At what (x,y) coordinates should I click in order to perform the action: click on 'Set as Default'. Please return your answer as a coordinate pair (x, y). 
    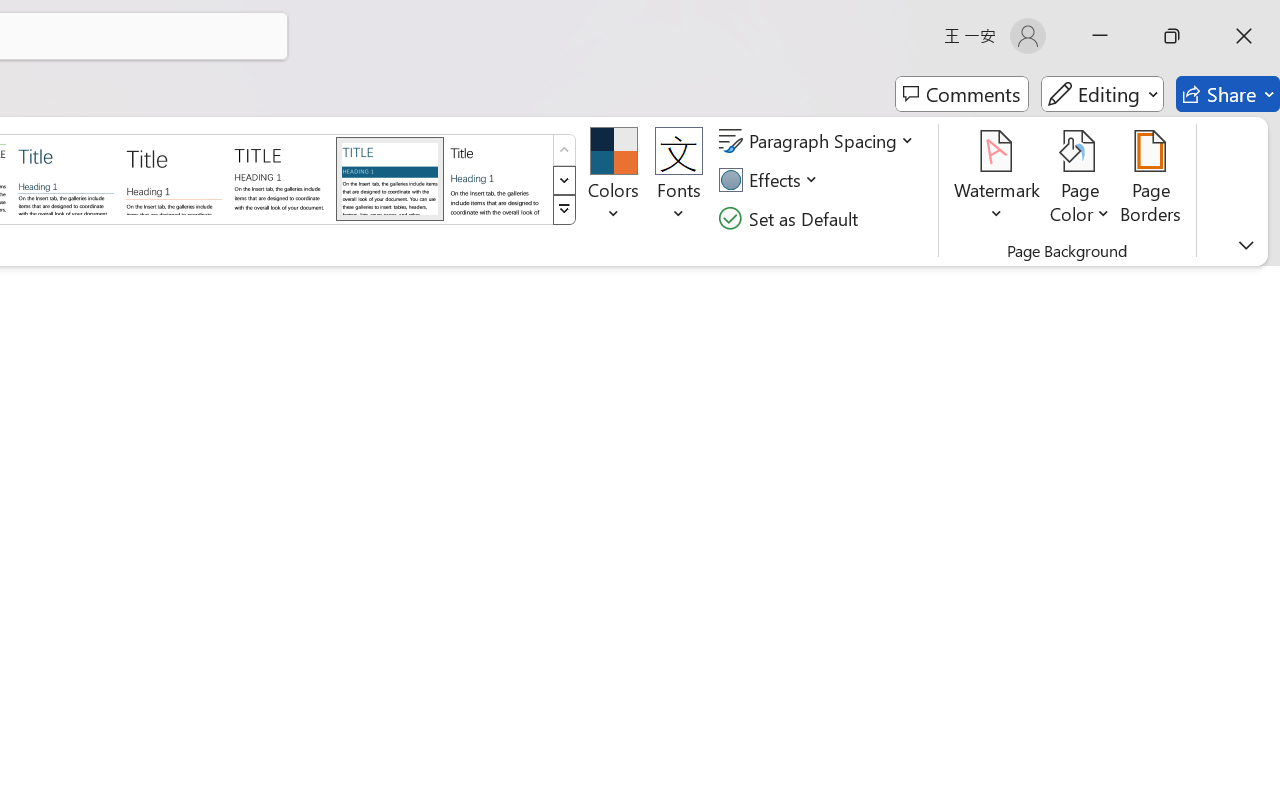
    Looking at the image, I should click on (790, 218).